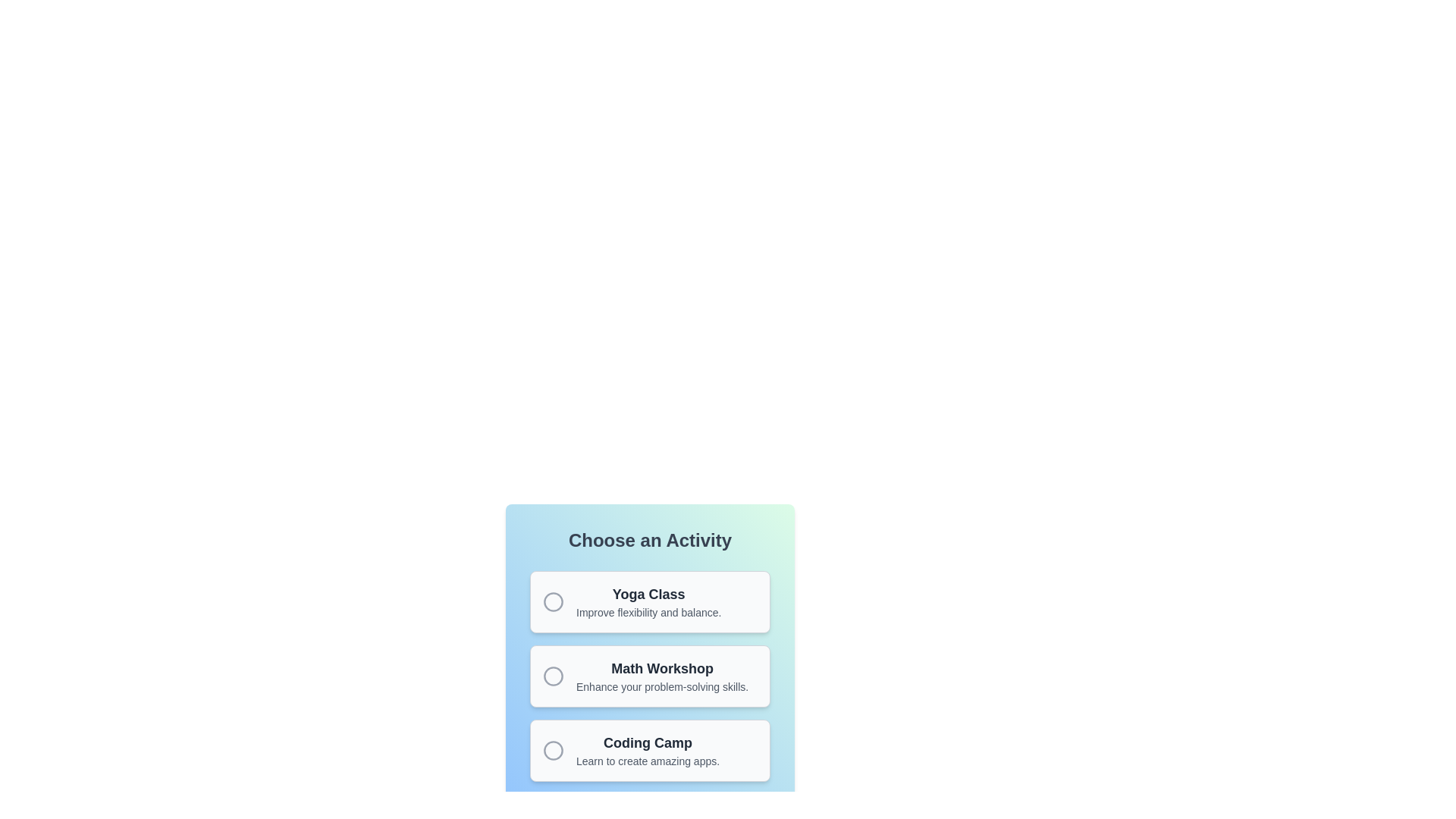 Image resolution: width=1456 pixels, height=819 pixels. Describe the element at coordinates (552, 675) in the screenshot. I see `the circular Radio button indicator for the 'Math Workshop' activity option` at that location.